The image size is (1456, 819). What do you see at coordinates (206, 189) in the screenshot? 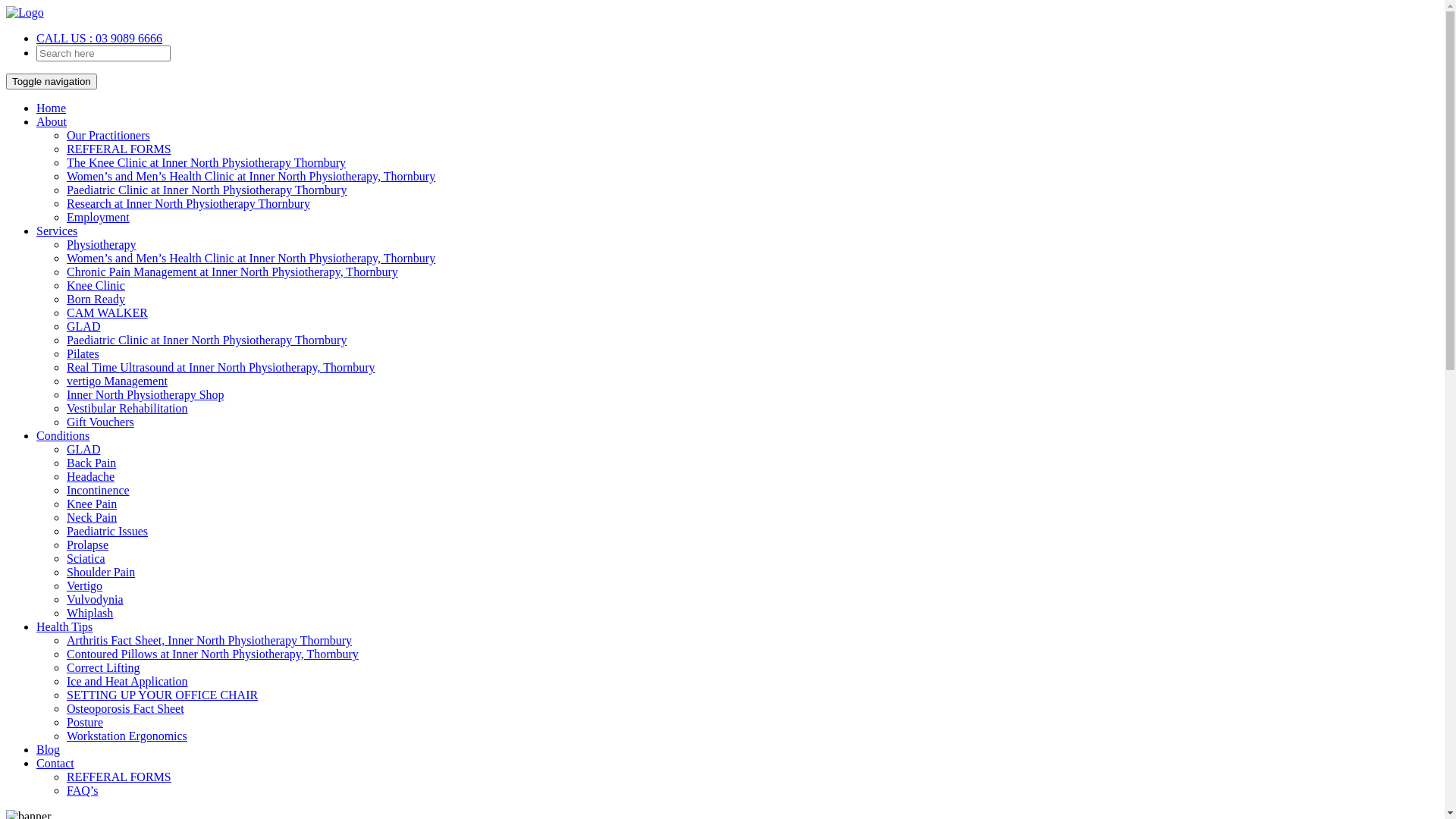
I see `'Paediatric Clinic at Inner North Physiotherapy Thornbury'` at bounding box center [206, 189].